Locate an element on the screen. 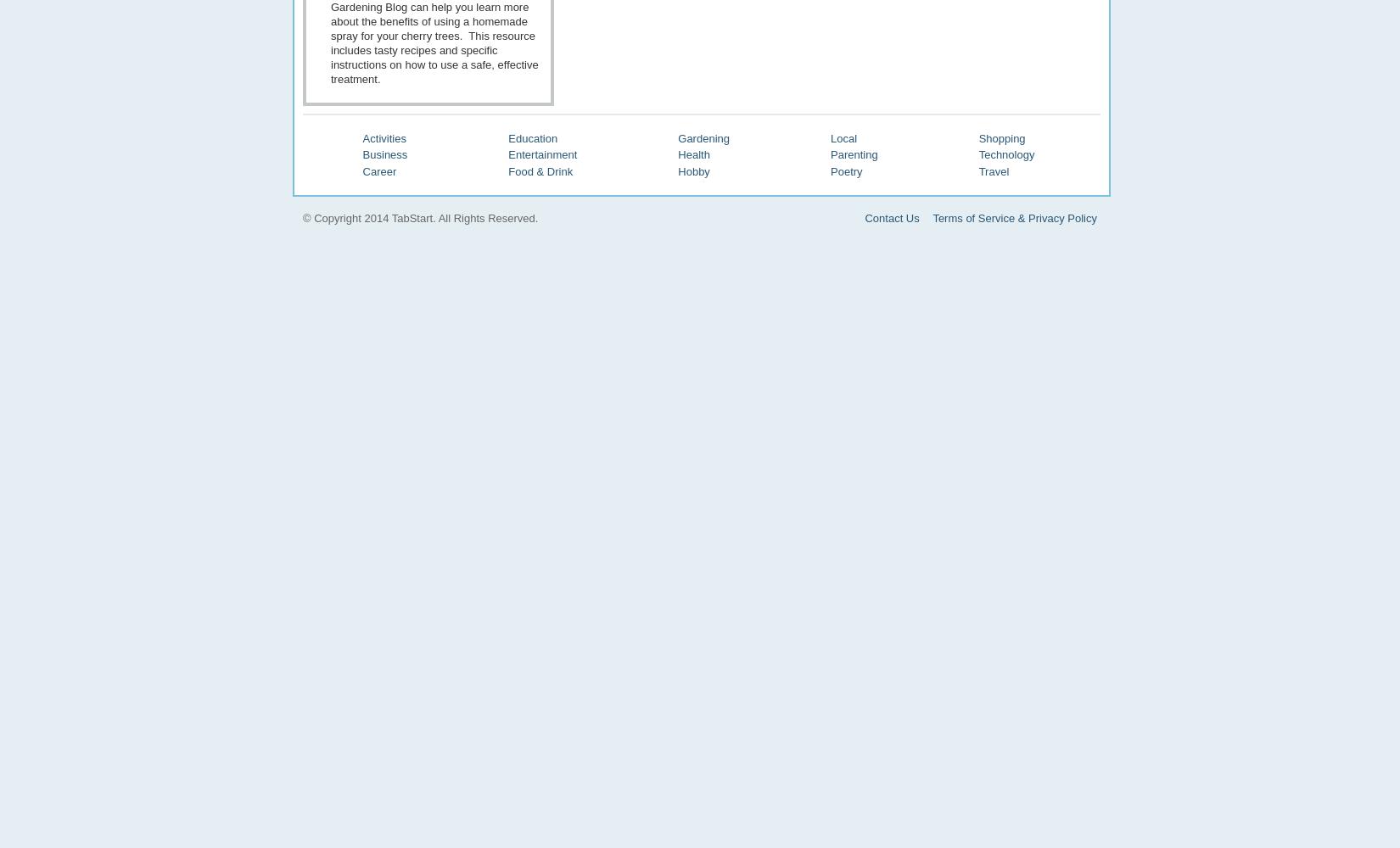  'Entertainment' is located at coordinates (541, 154).